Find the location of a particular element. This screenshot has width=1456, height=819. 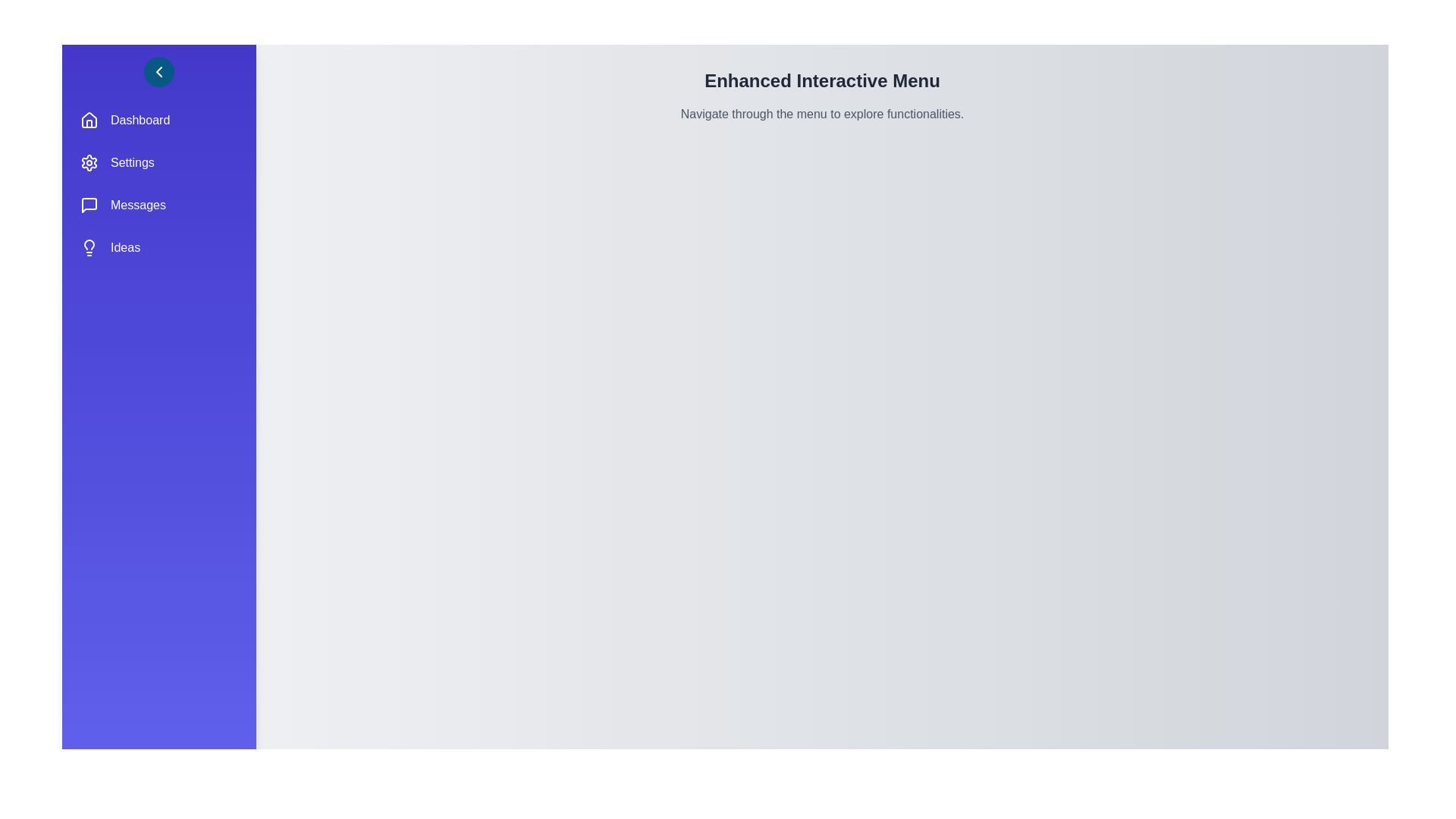

the menu item Settings to select it is located at coordinates (159, 163).